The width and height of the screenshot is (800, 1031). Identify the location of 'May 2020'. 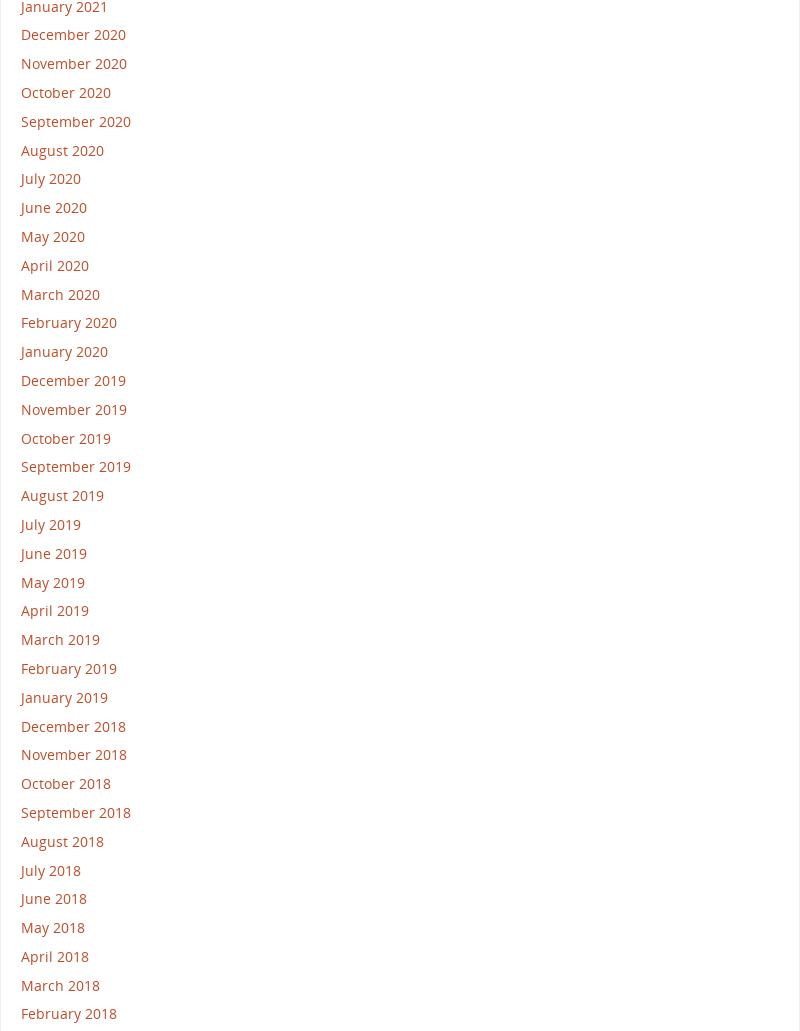
(52, 235).